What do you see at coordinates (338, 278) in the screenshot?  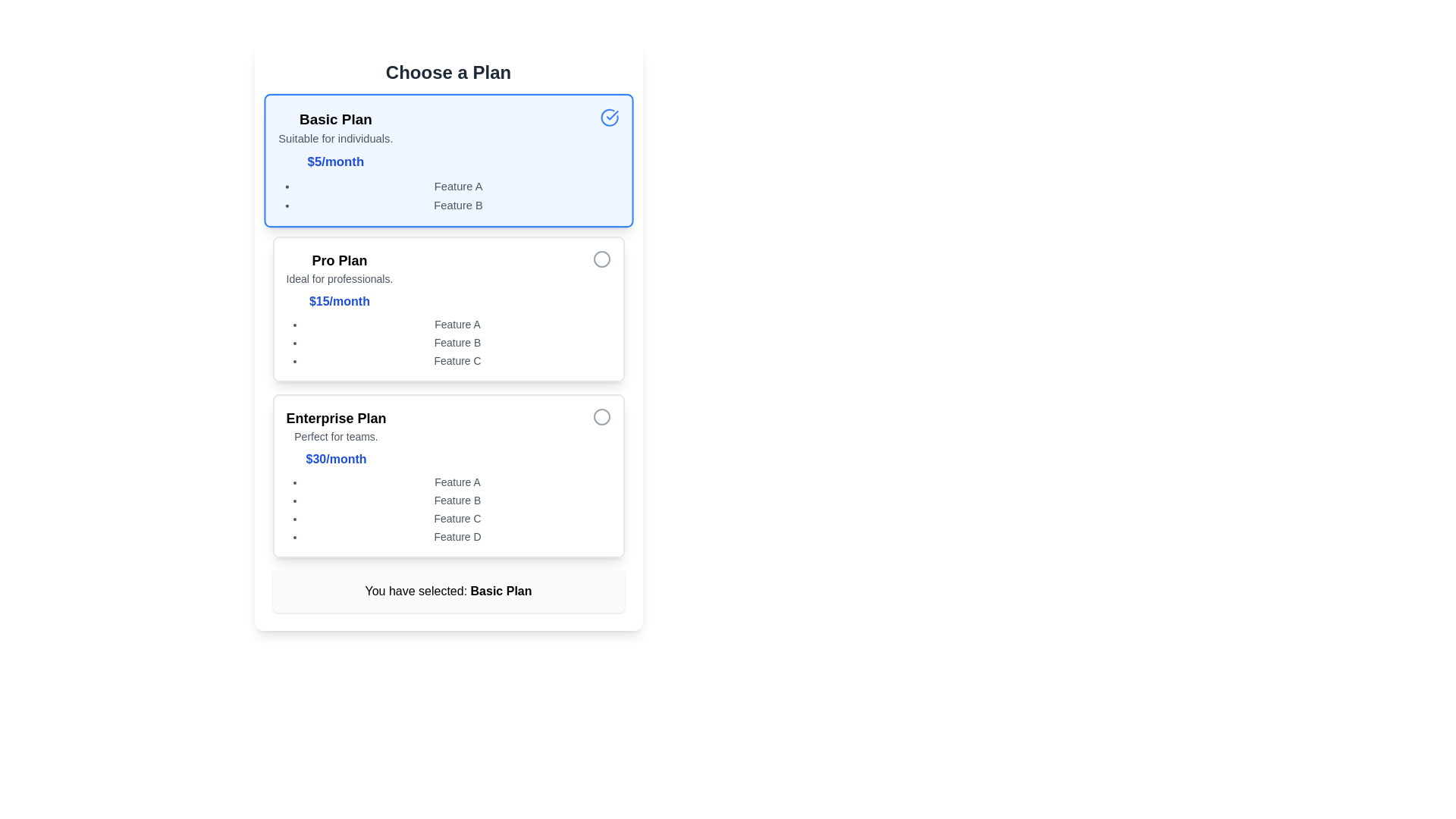 I see `the static text that provides a brief description of the target audience or purpose for the corresponding plan, located between the 'Pro Plan' title and the price text ('$15/month')` at bounding box center [338, 278].